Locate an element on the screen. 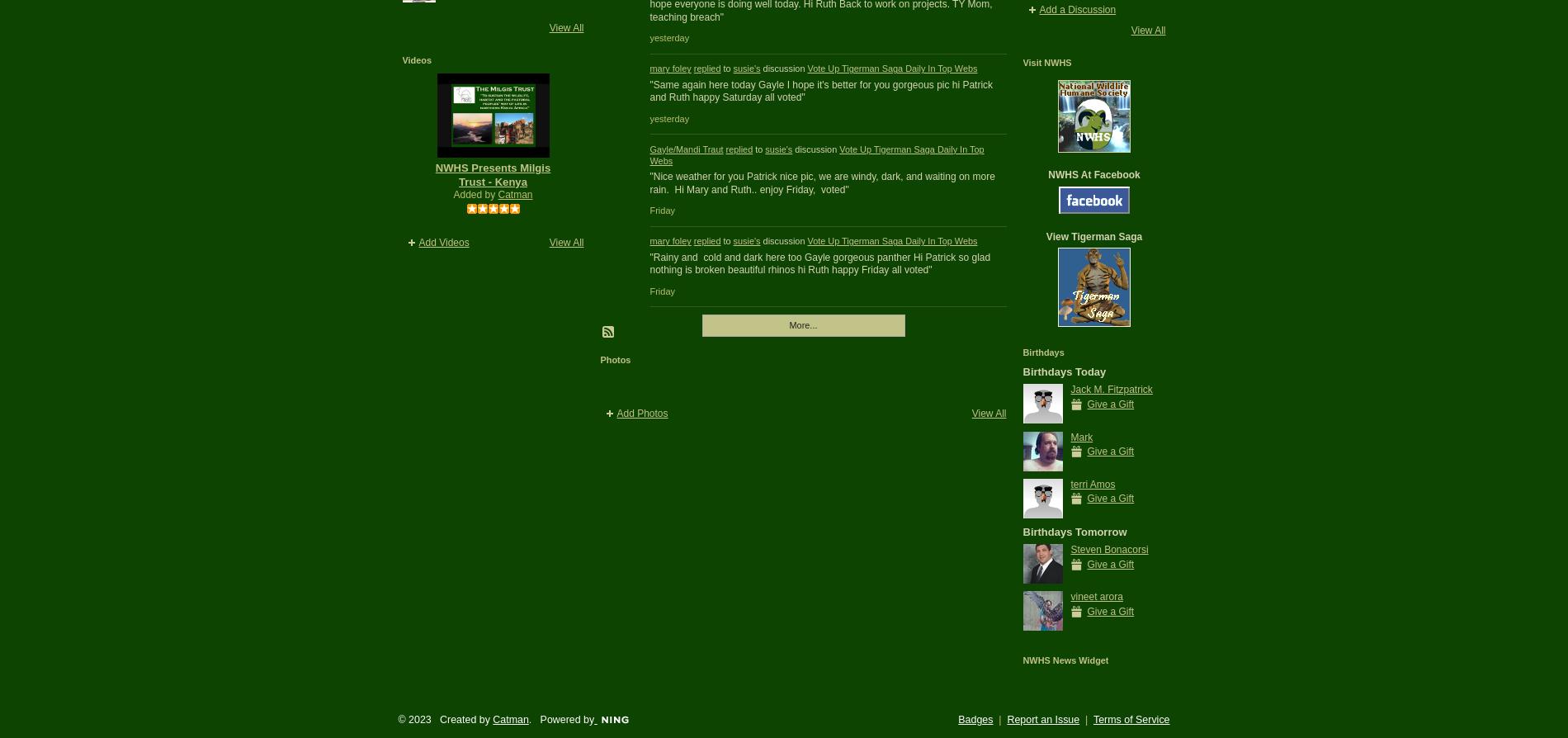  'Mark' is located at coordinates (1080, 436).